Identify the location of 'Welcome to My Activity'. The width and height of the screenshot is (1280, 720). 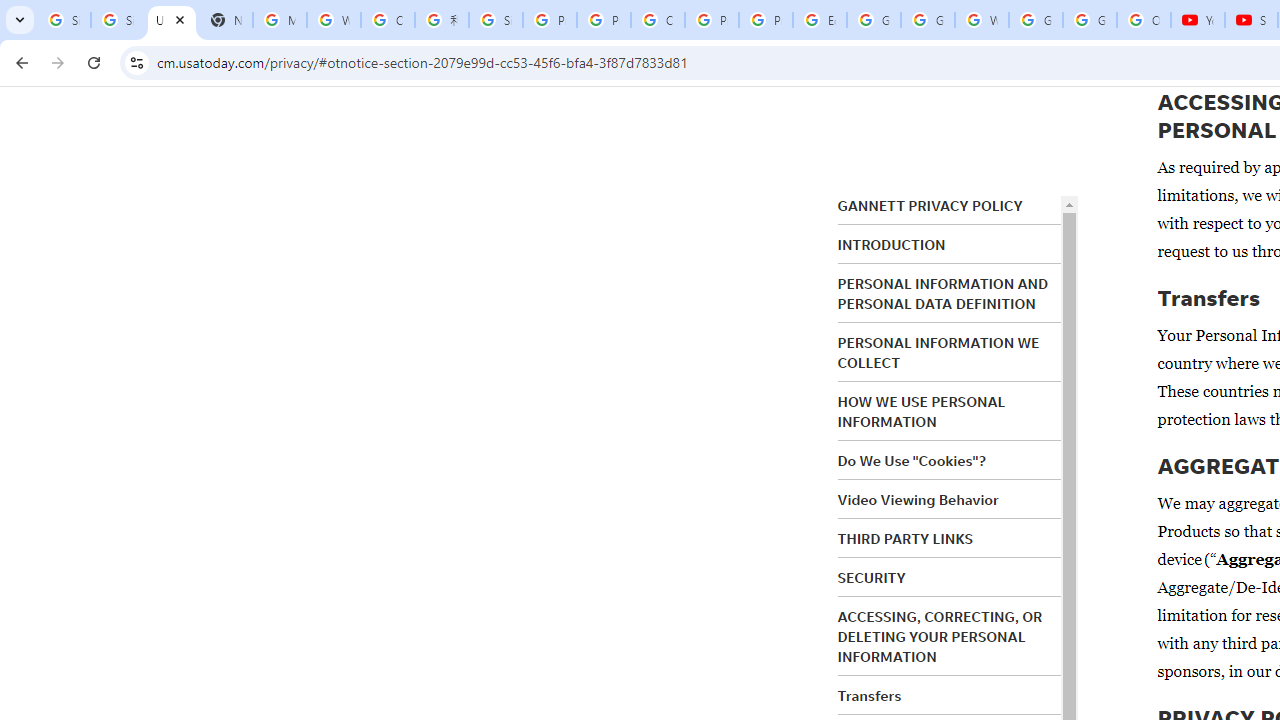
(981, 20).